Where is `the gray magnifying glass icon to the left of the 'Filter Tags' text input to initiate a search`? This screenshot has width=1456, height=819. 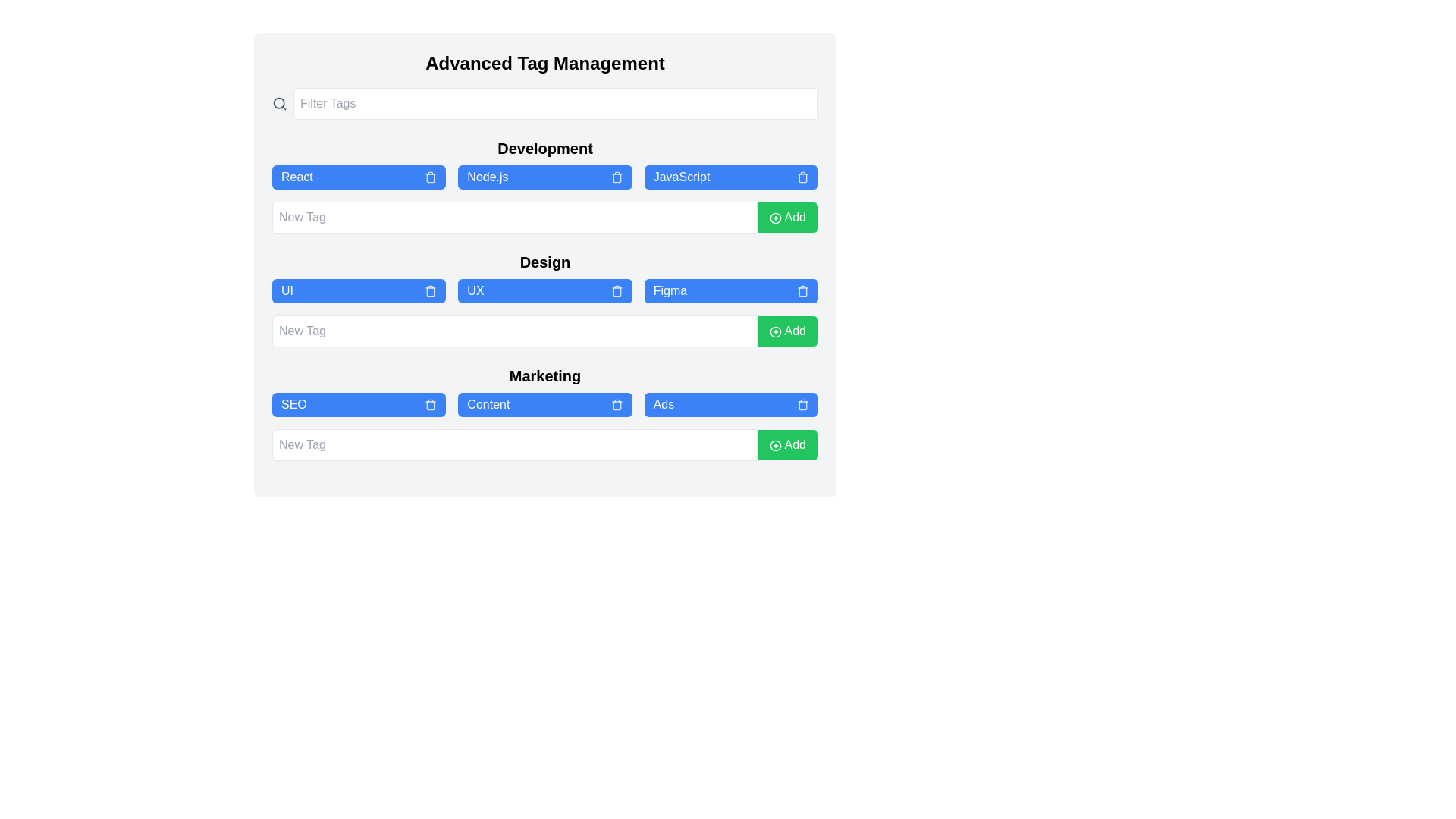
the gray magnifying glass icon to the left of the 'Filter Tags' text input to initiate a search is located at coordinates (280, 103).